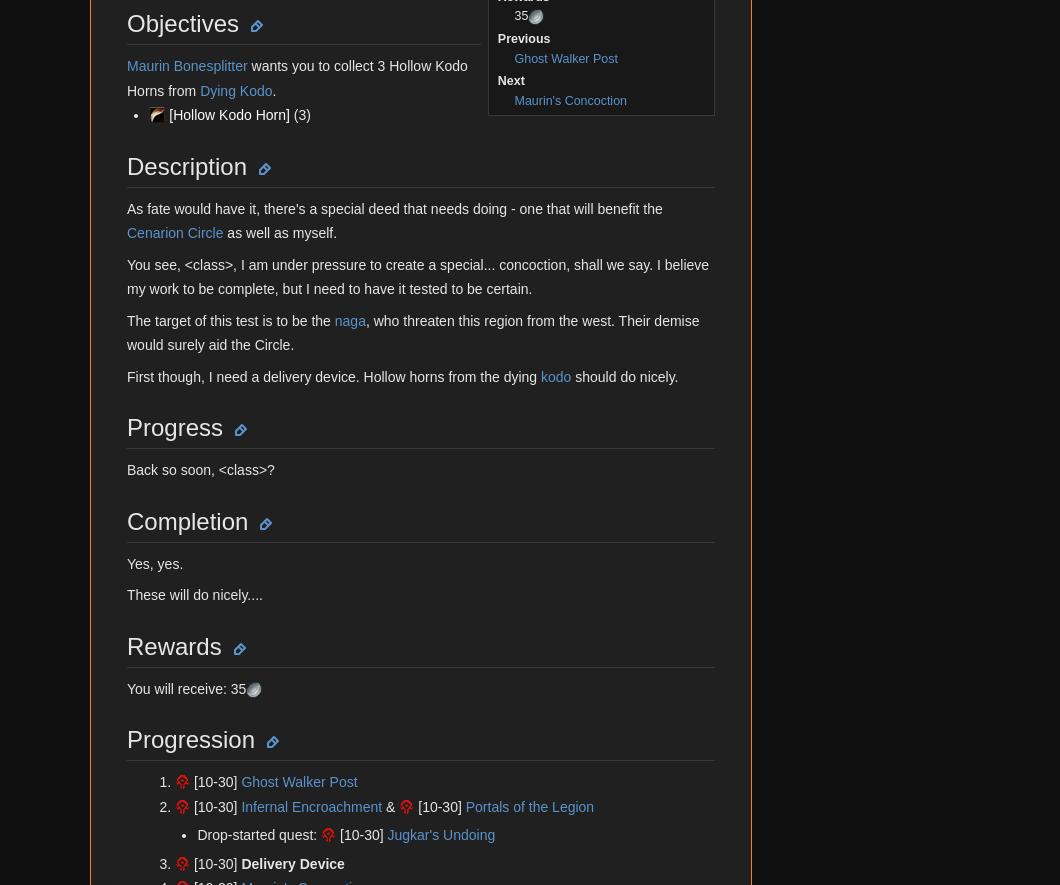 Image resolution: width=1060 pixels, height=885 pixels. I want to click on 'Community', so click(83, 571).